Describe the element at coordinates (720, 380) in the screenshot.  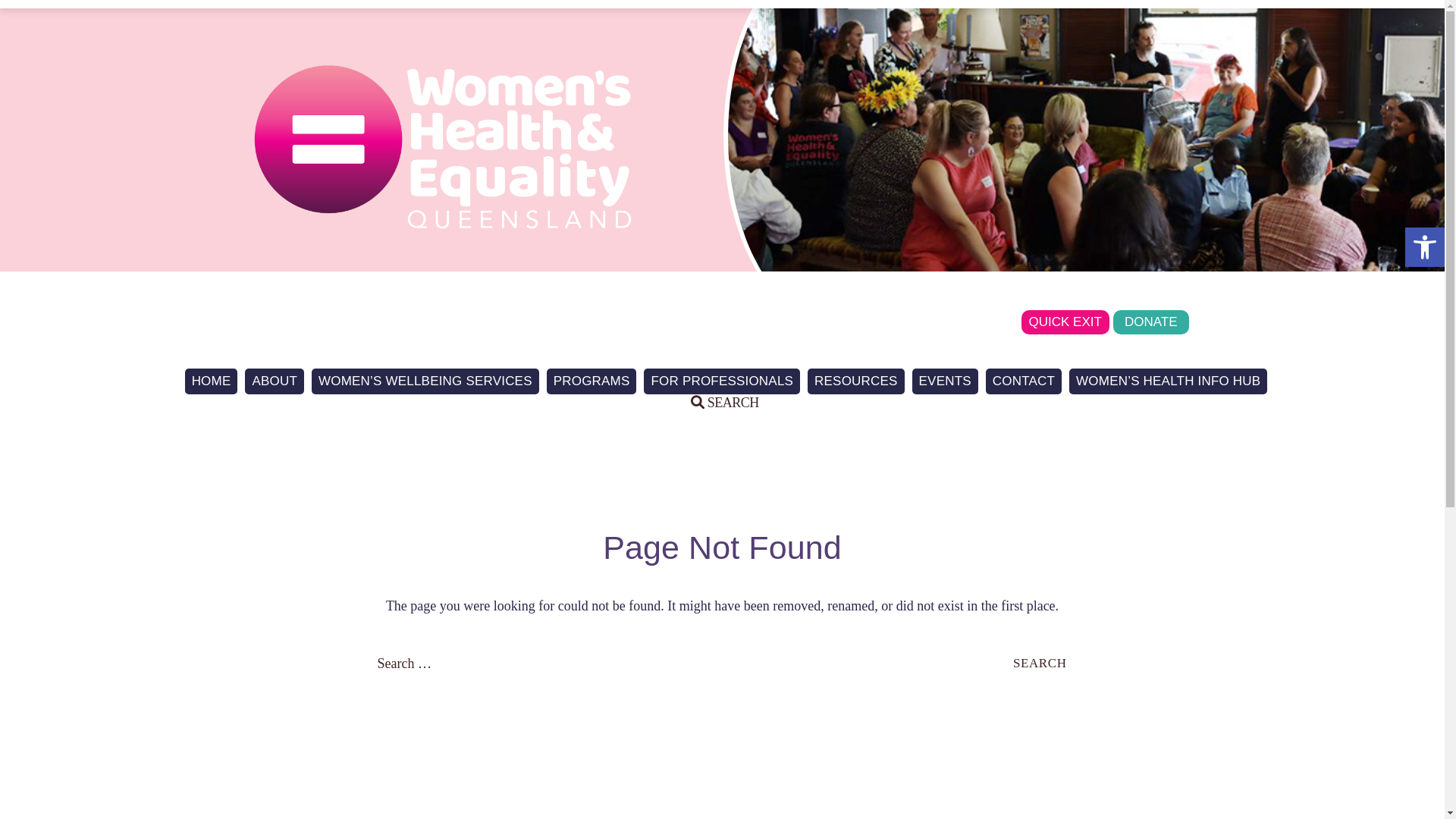
I see `'FOR PROFESSIONALS'` at that location.